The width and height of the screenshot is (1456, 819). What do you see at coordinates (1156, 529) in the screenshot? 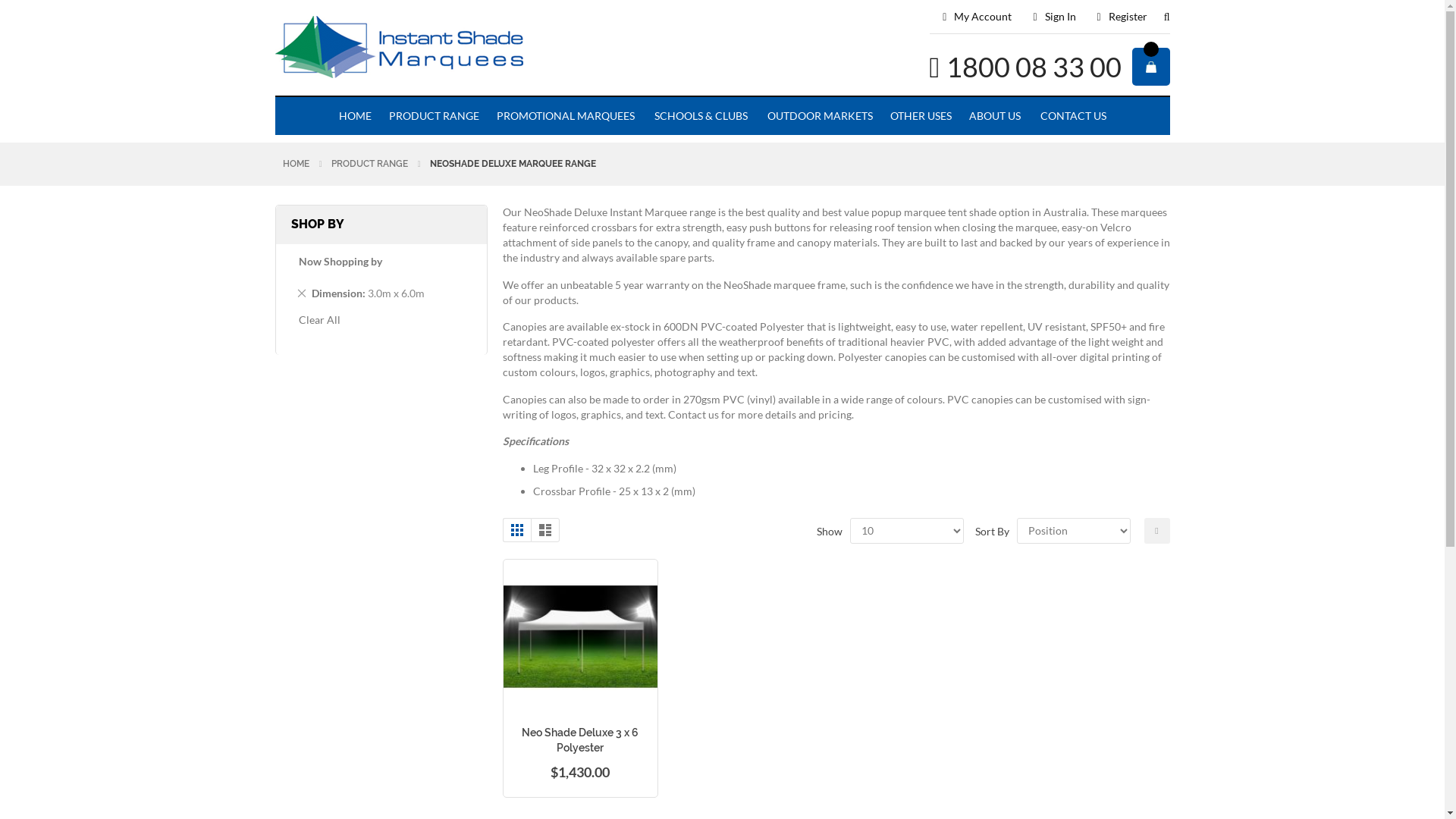
I see `'Set Descending Direction'` at bounding box center [1156, 529].